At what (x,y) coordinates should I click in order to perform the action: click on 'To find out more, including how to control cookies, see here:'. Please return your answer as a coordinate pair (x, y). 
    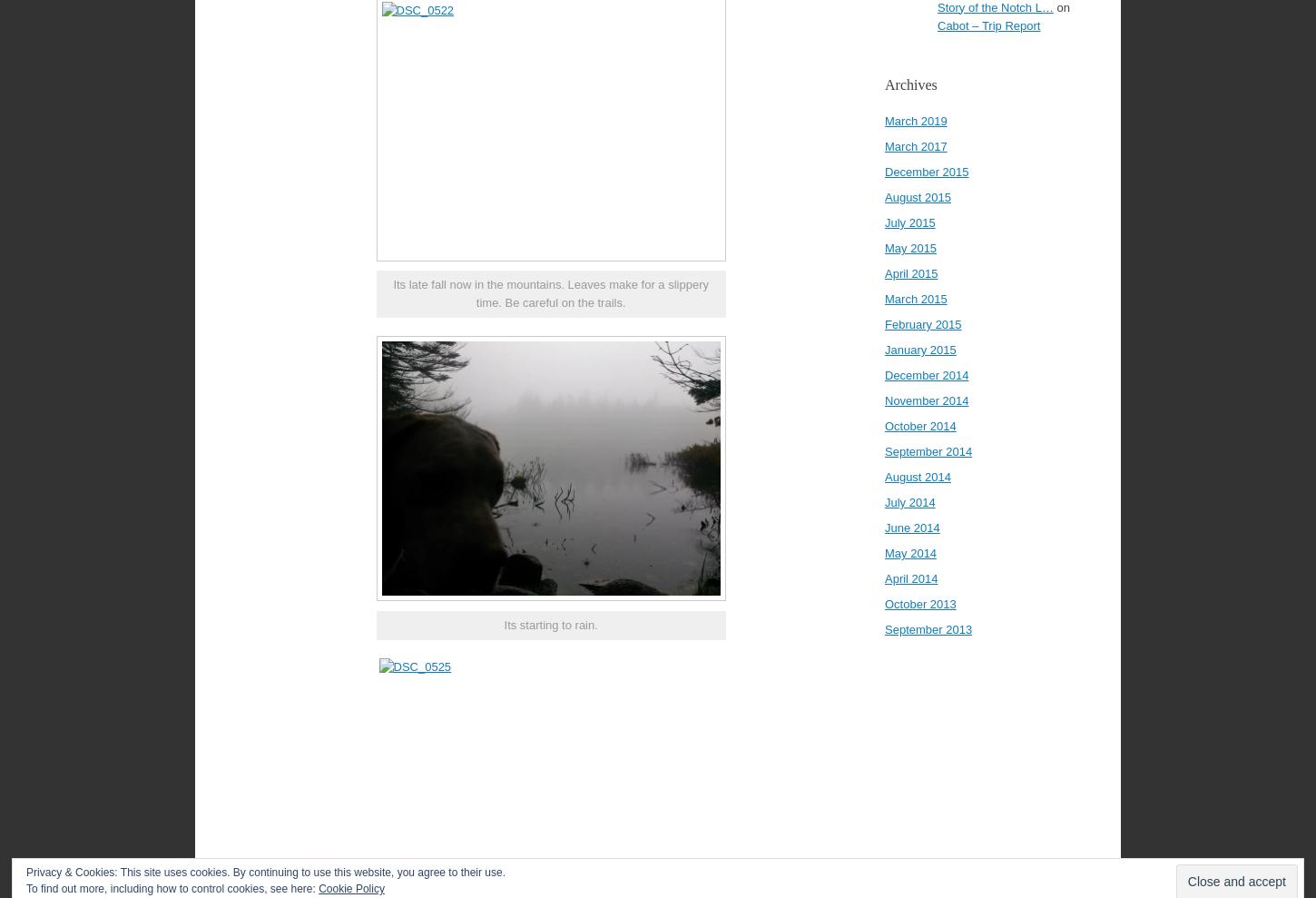
    Looking at the image, I should click on (171, 889).